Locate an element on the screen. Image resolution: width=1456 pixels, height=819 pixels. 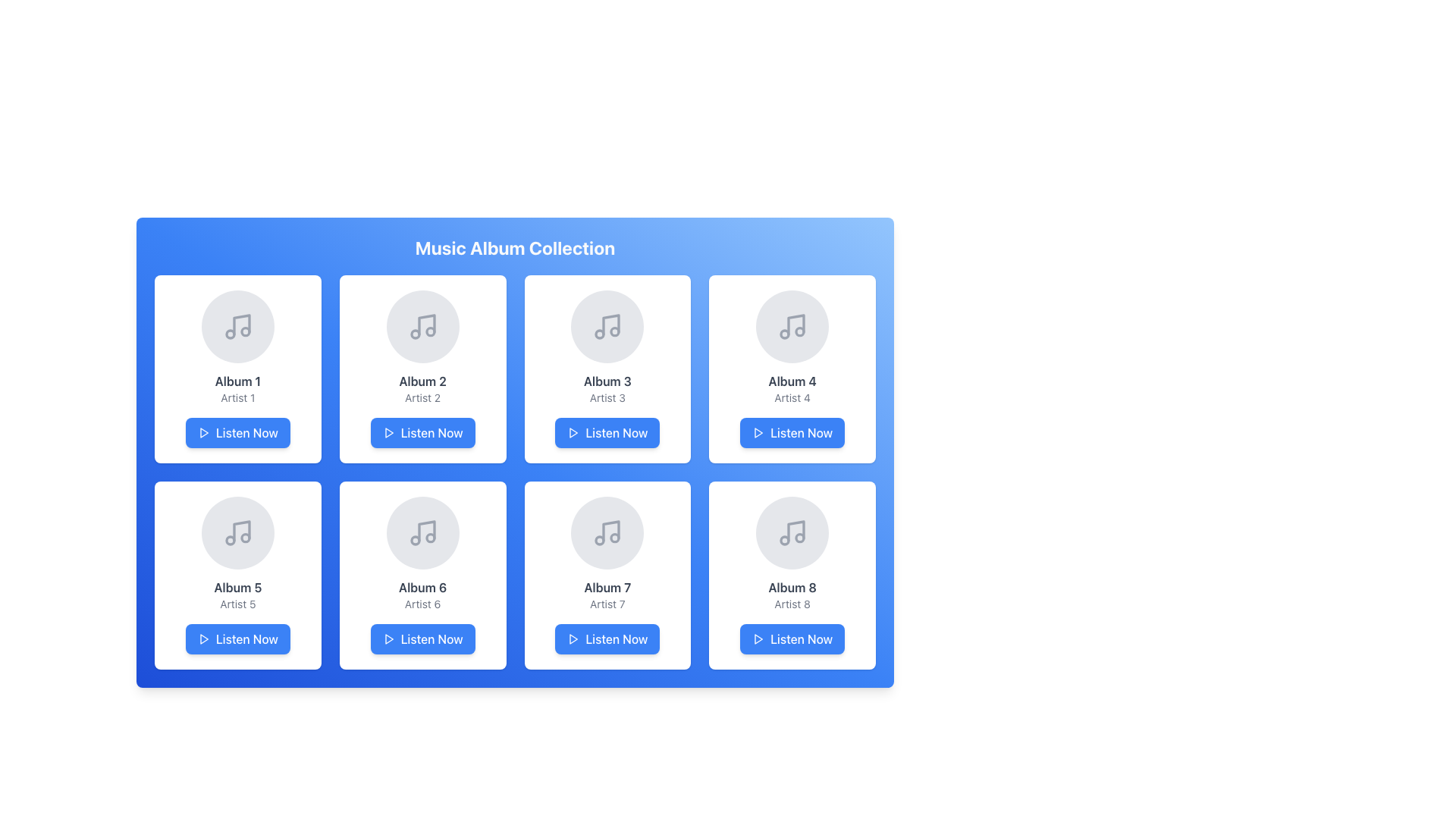
the text label displaying the title of the album located in the third card of the top row in the music album grid layout, which is positioned above the 'Artist 3' text and below the circular icon area is located at coordinates (607, 380).